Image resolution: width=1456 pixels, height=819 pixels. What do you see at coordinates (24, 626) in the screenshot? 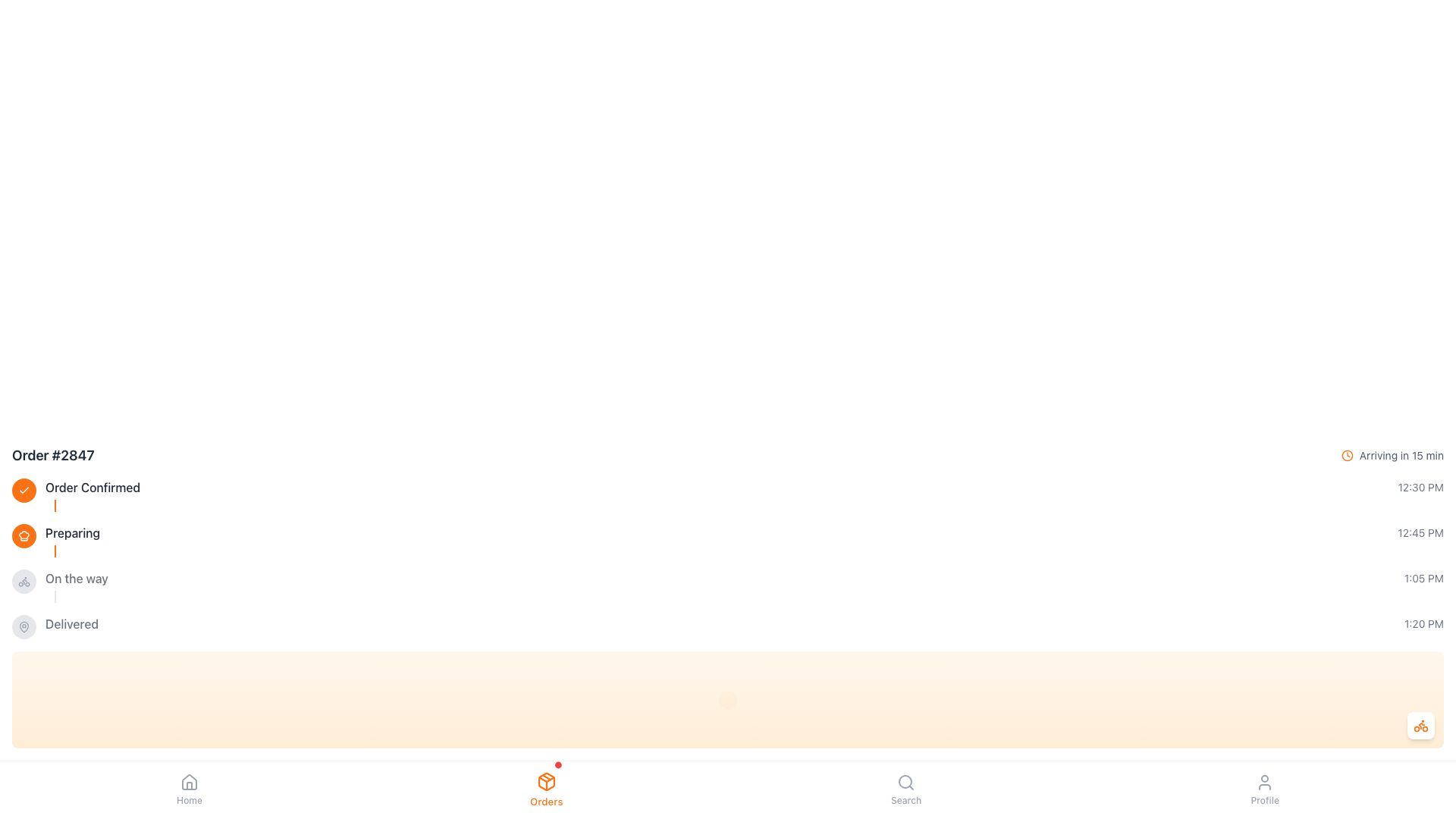
I see `the small circular icon with a light gray background and a map pin graphic, located to the left of the 'Delivered' text at the bottom of the order's status progression steps` at bounding box center [24, 626].